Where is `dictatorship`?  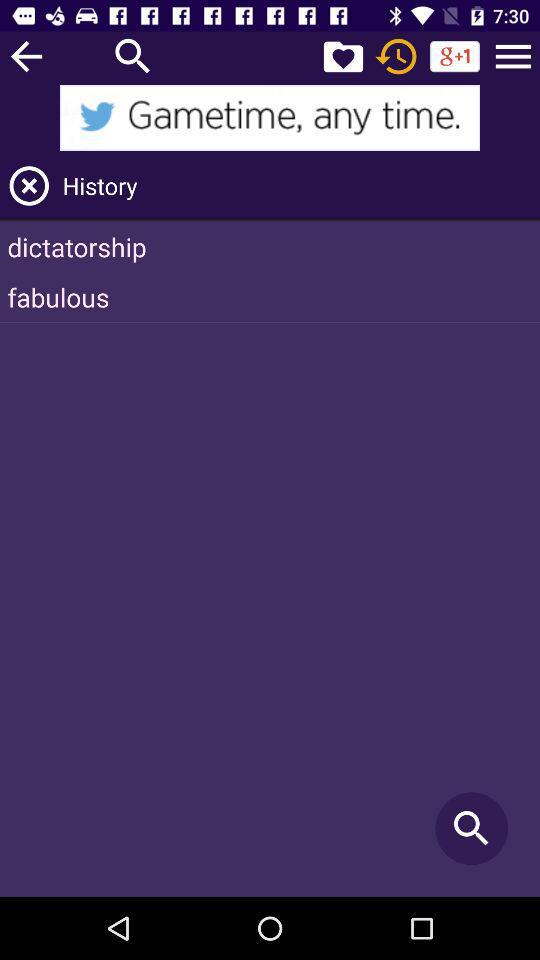 dictatorship is located at coordinates (270, 245).